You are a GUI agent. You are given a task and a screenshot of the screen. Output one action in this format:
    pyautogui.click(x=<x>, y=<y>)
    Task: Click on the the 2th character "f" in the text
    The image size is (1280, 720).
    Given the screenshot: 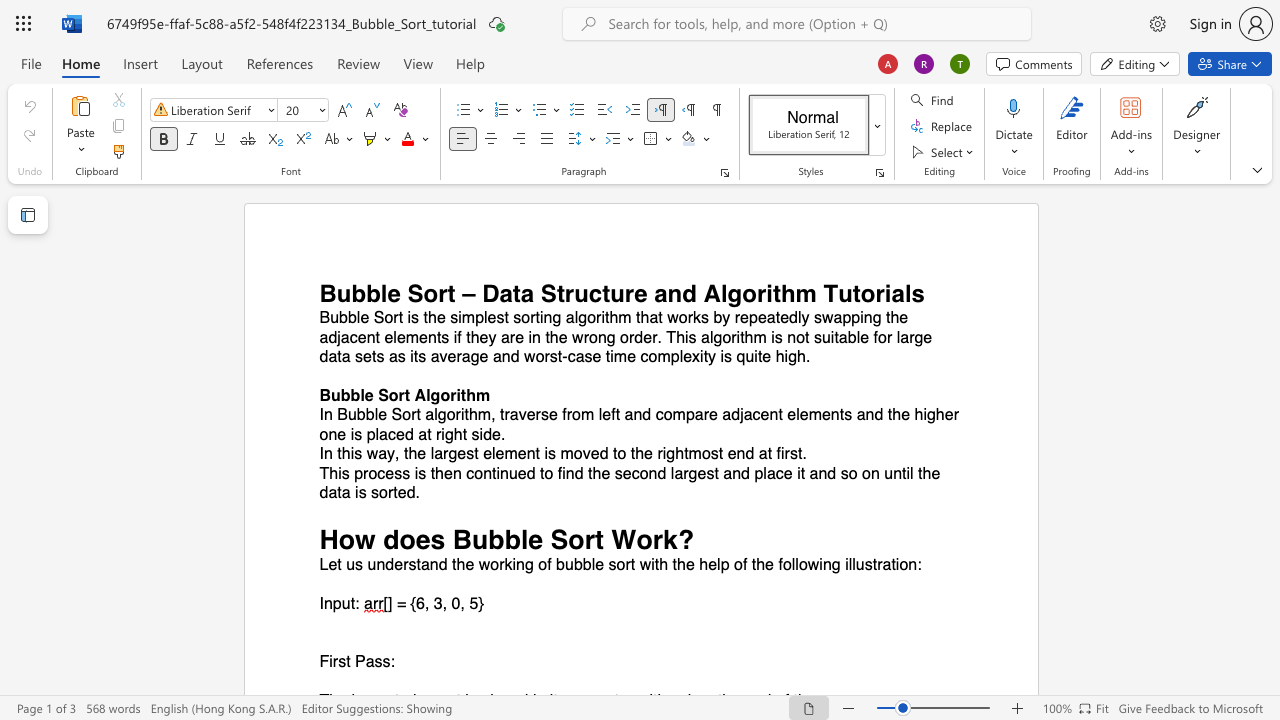 What is the action you would take?
    pyautogui.click(x=744, y=565)
    